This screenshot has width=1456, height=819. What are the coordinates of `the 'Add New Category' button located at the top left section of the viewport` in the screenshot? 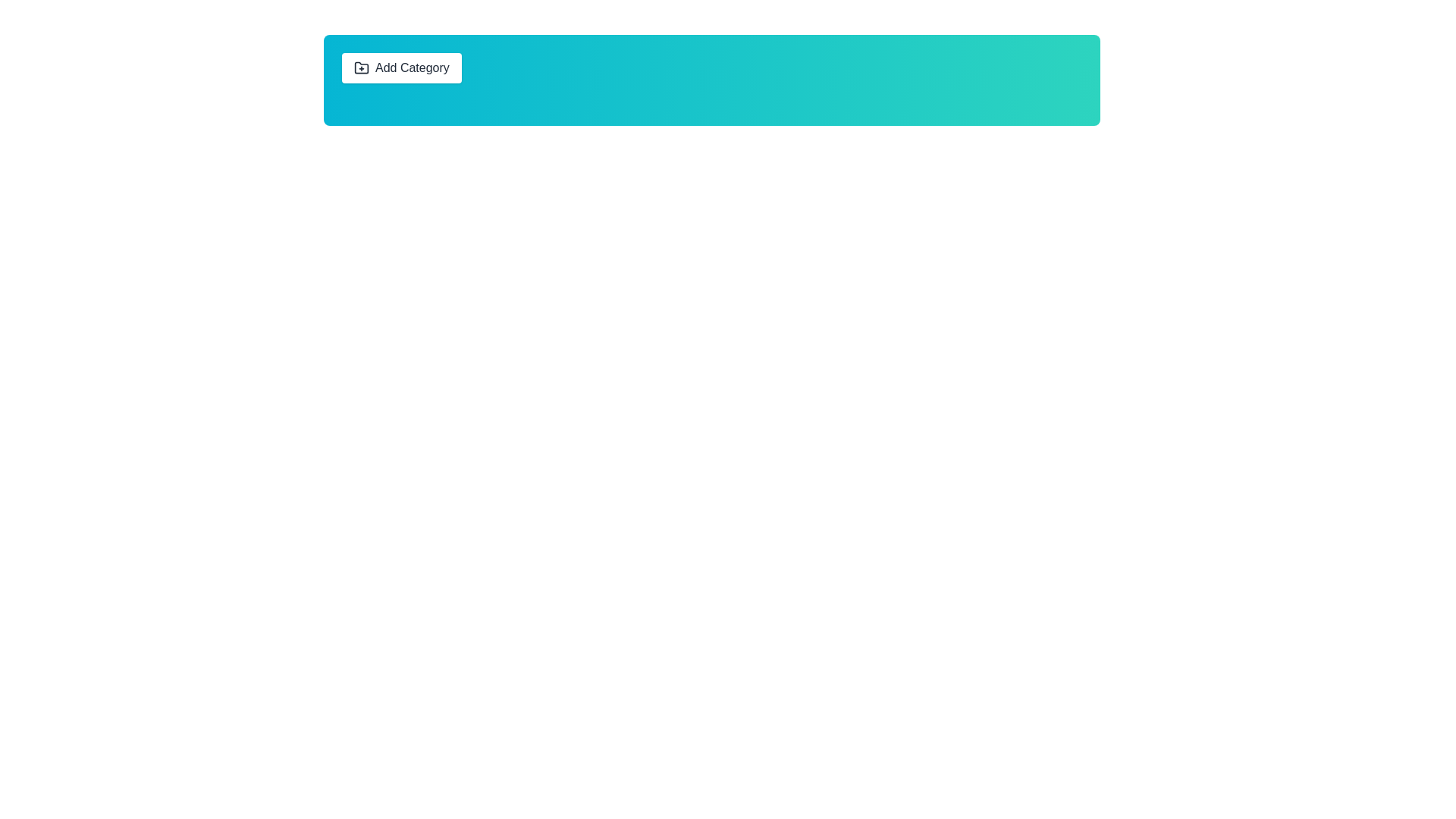 It's located at (401, 67).